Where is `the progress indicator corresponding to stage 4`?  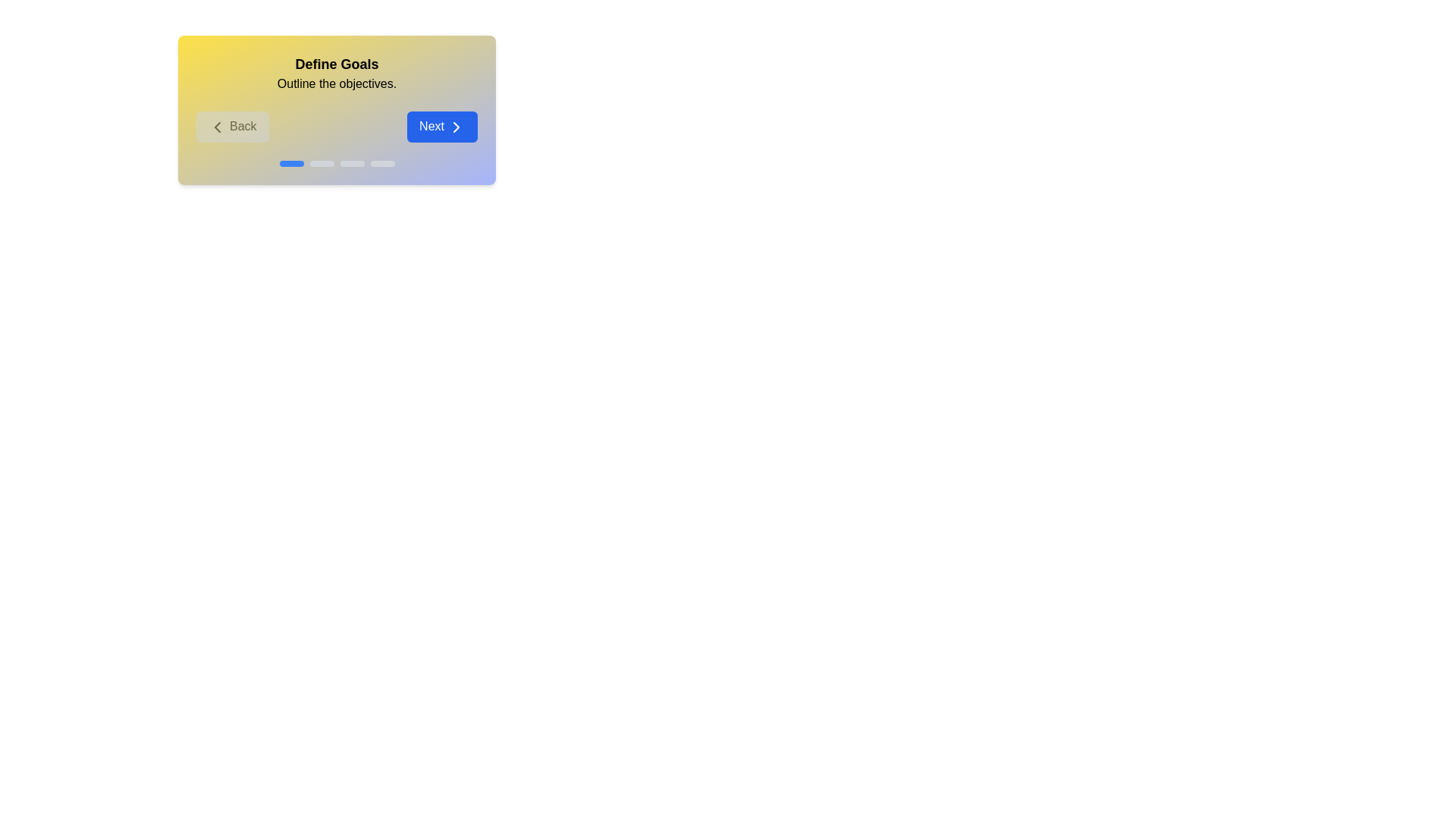 the progress indicator corresponding to stage 4 is located at coordinates (382, 163).